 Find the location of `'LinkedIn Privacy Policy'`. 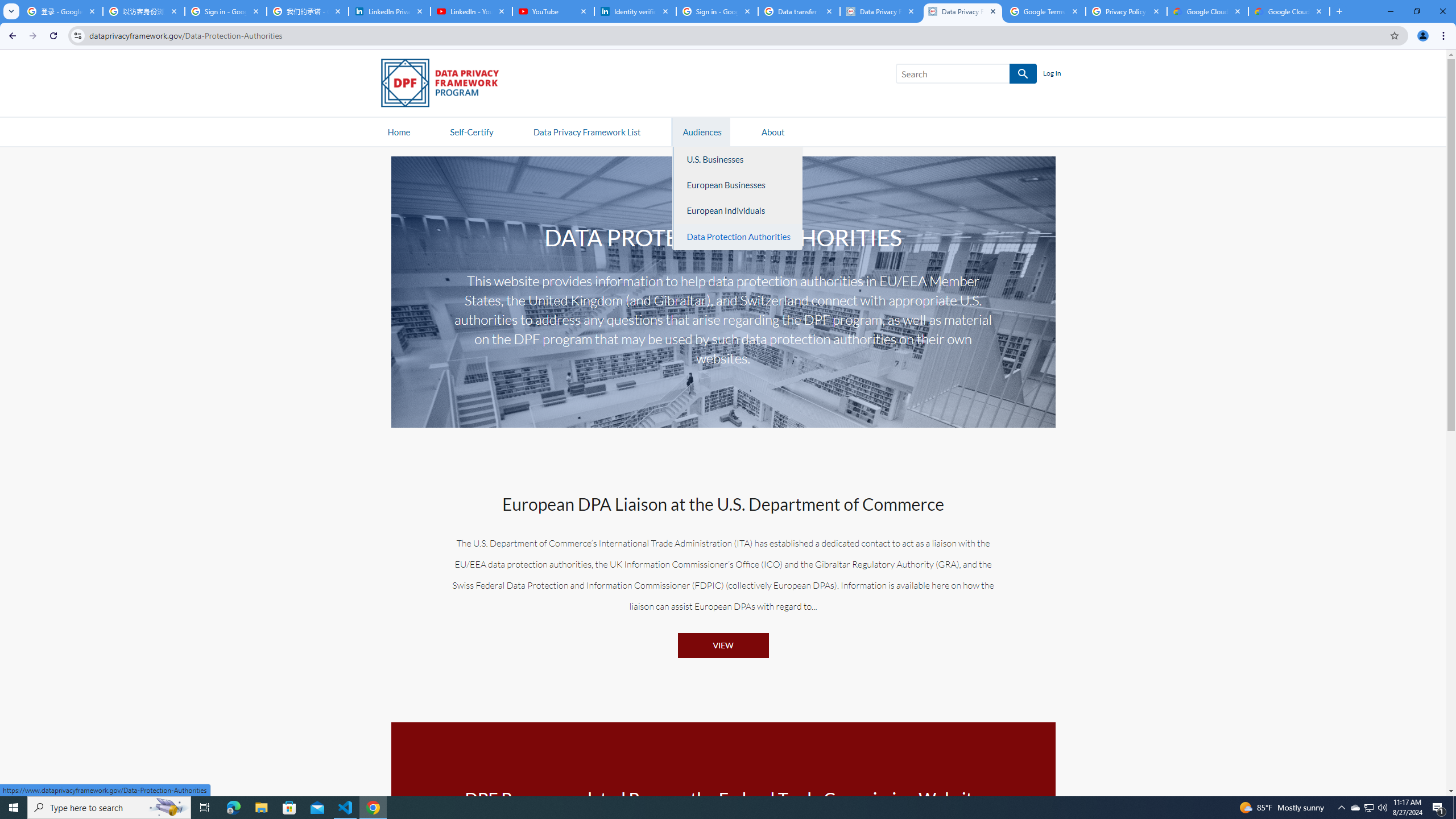

'LinkedIn Privacy Policy' is located at coordinates (389, 11).